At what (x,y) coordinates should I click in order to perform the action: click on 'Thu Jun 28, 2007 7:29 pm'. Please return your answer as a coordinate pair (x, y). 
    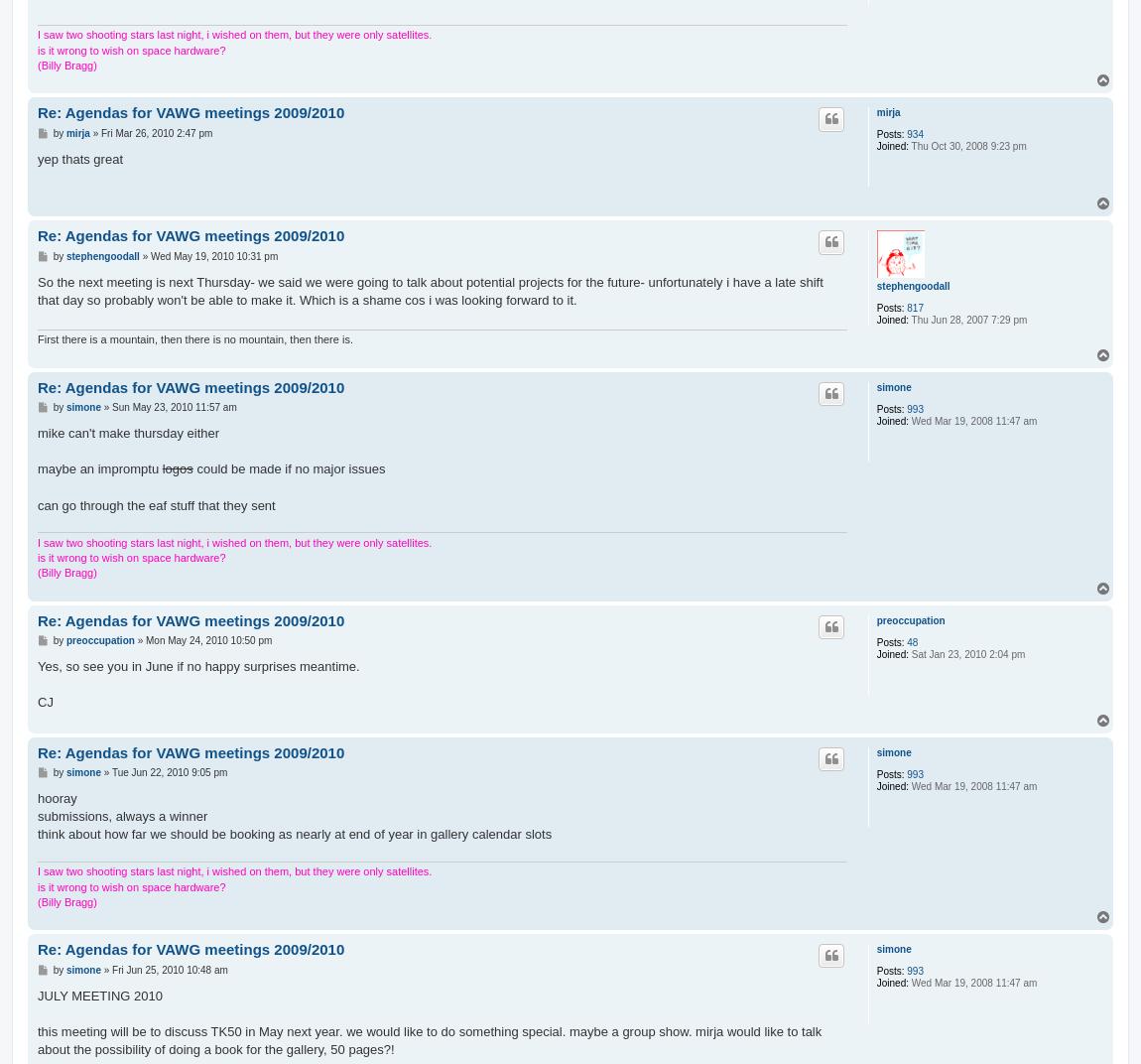
    Looking at the image, I should click on (966, 319).